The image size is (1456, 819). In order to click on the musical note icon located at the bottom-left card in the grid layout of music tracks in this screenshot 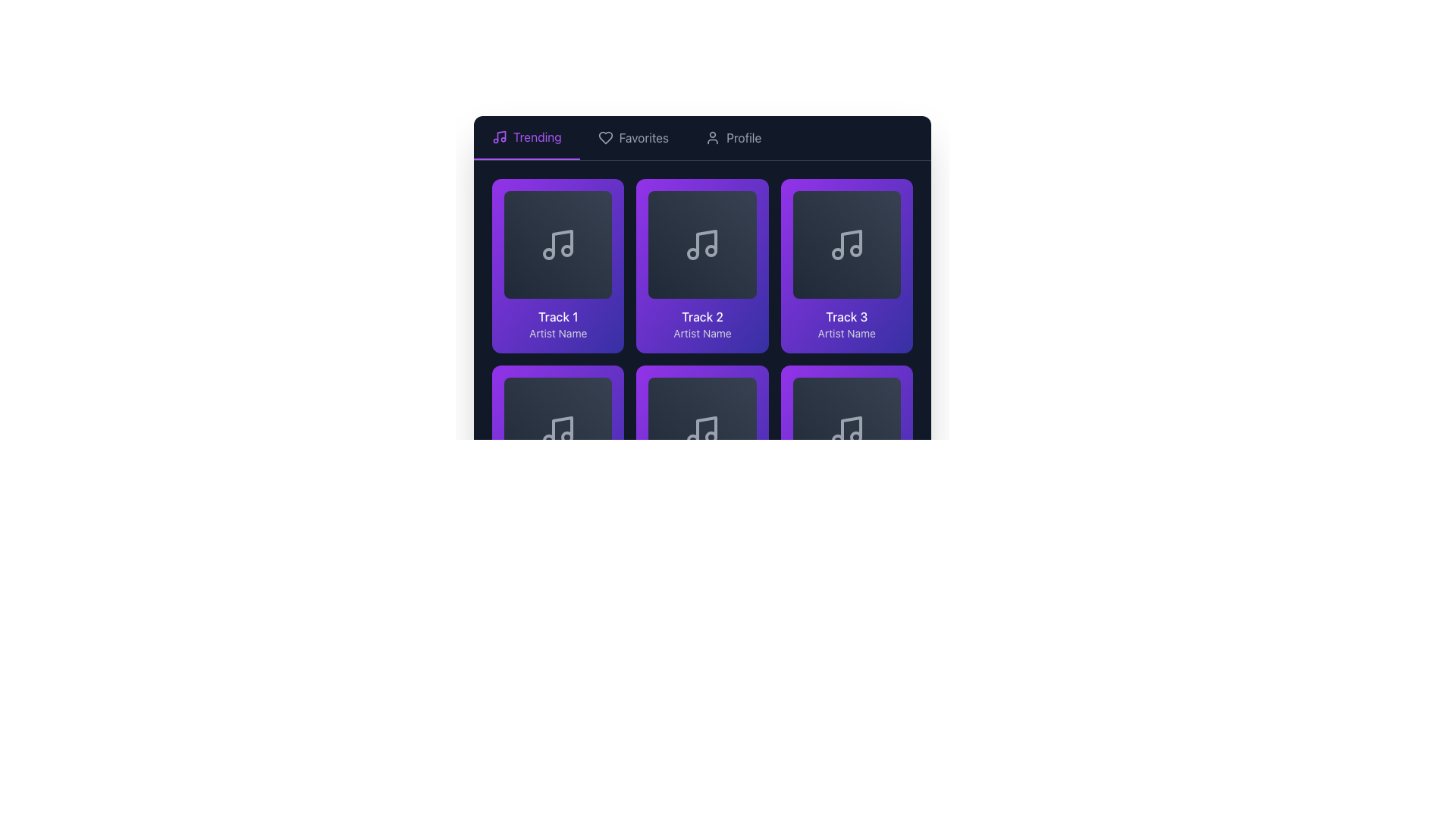, I will do `click(562, 429)`.